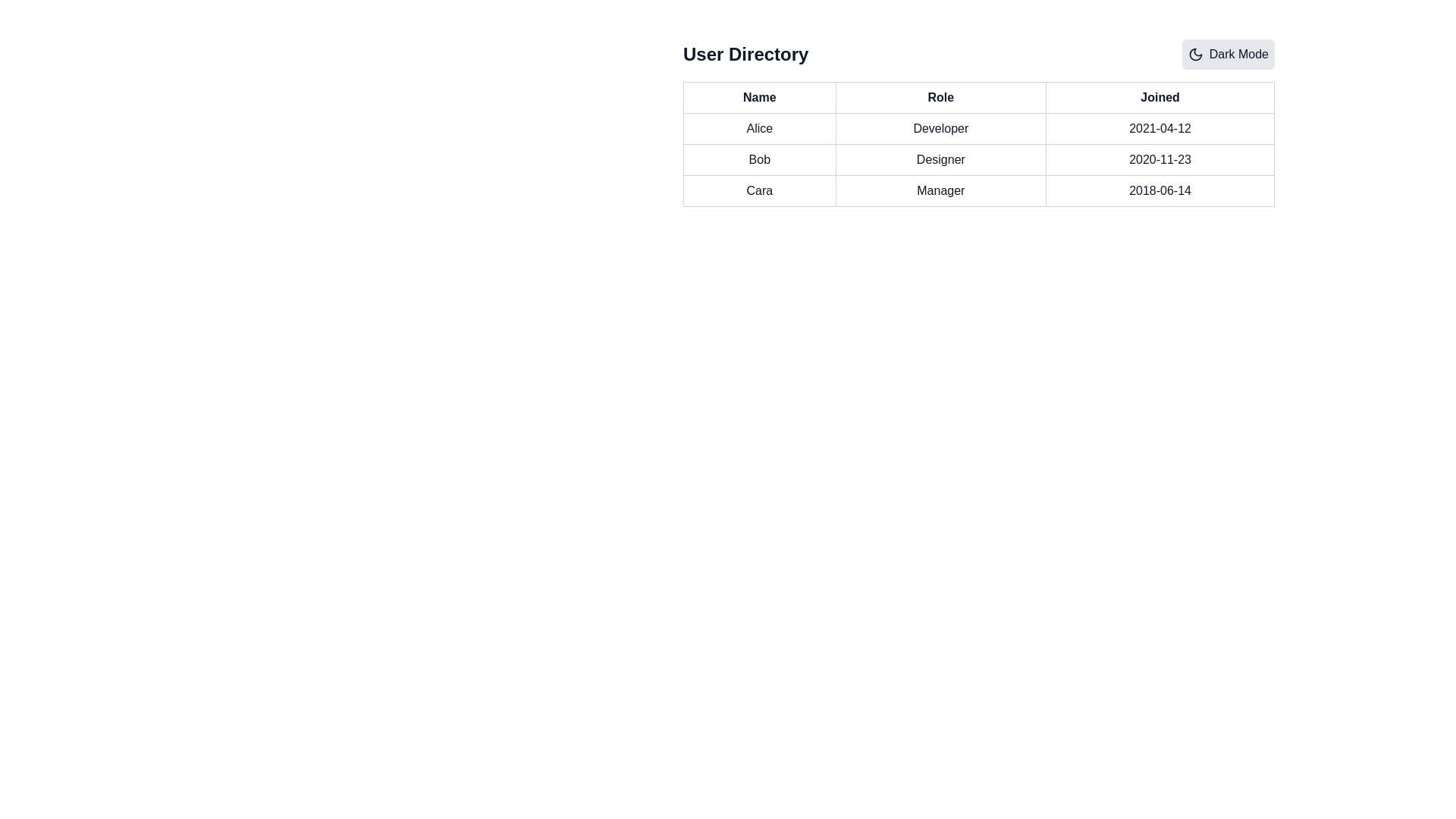  What do you see at coordinates (940, 190) in the screenshot?
I see `the table cell containing the text 'Manager'` at bounding box center [940, 190].